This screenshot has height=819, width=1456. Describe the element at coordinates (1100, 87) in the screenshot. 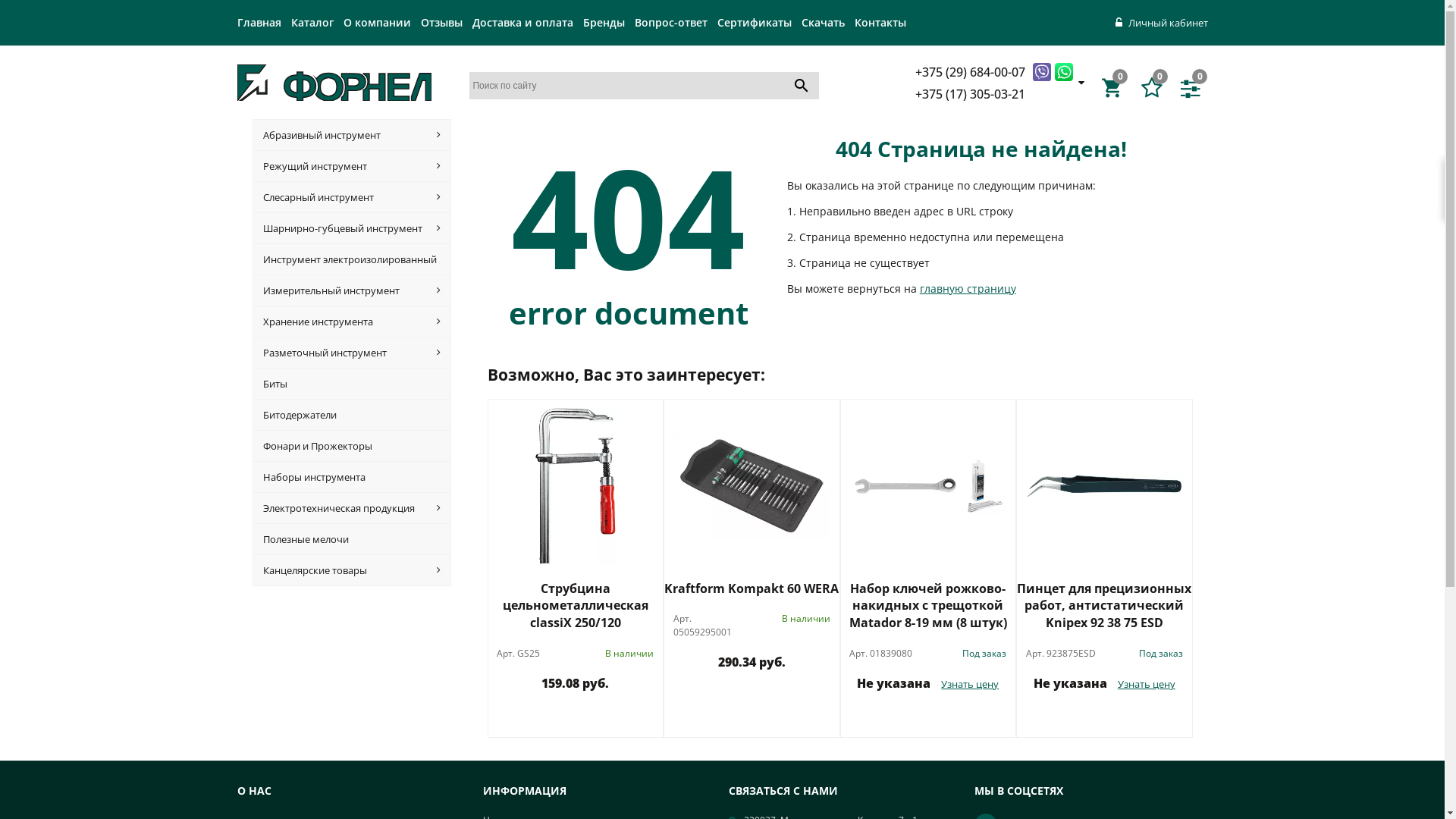

I see `'local_grocery_store` at that location.